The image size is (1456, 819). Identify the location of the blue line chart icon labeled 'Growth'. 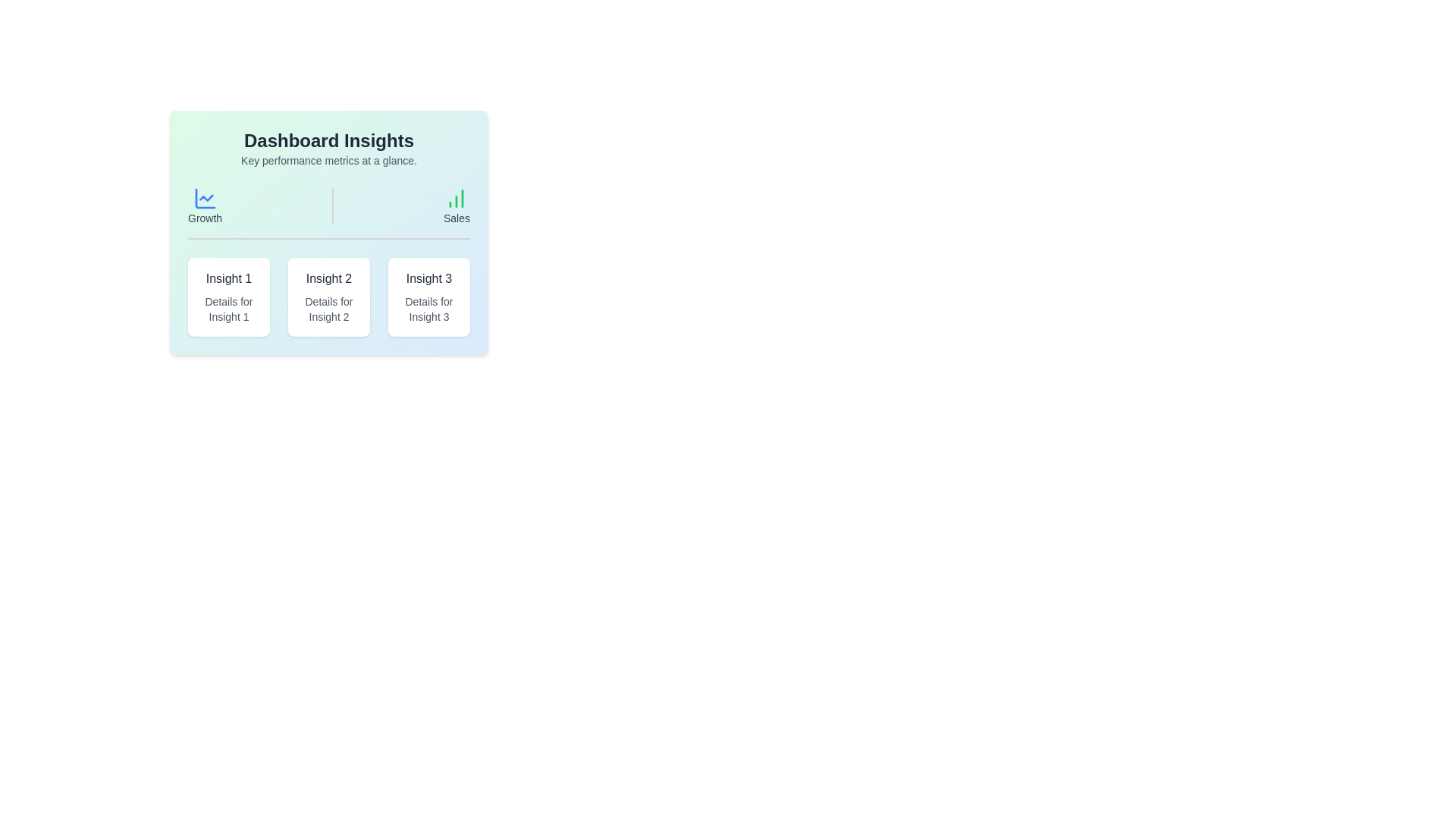
(204, 206).